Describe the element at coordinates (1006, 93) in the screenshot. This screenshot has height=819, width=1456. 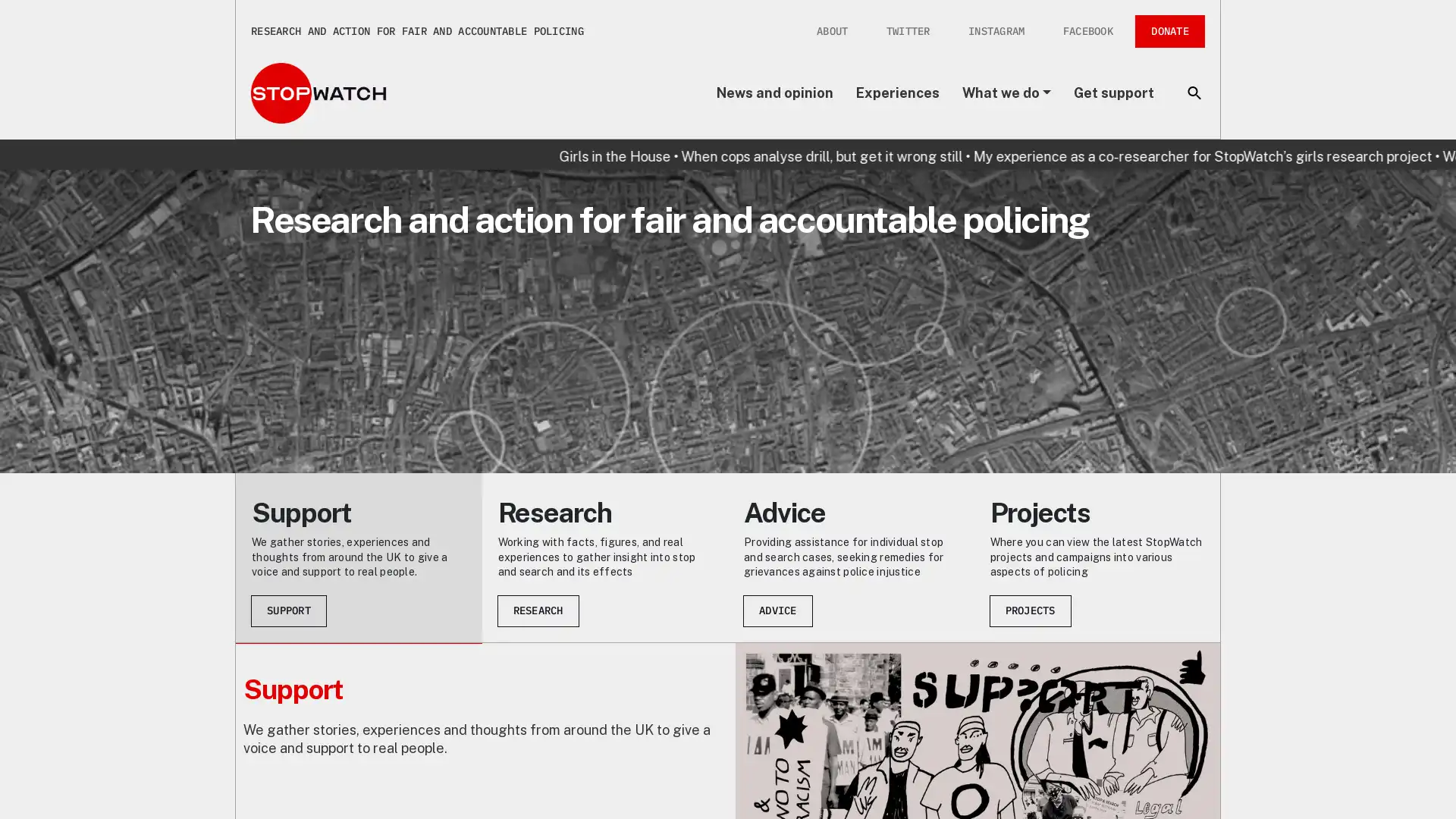
I see `What we do` at that location.